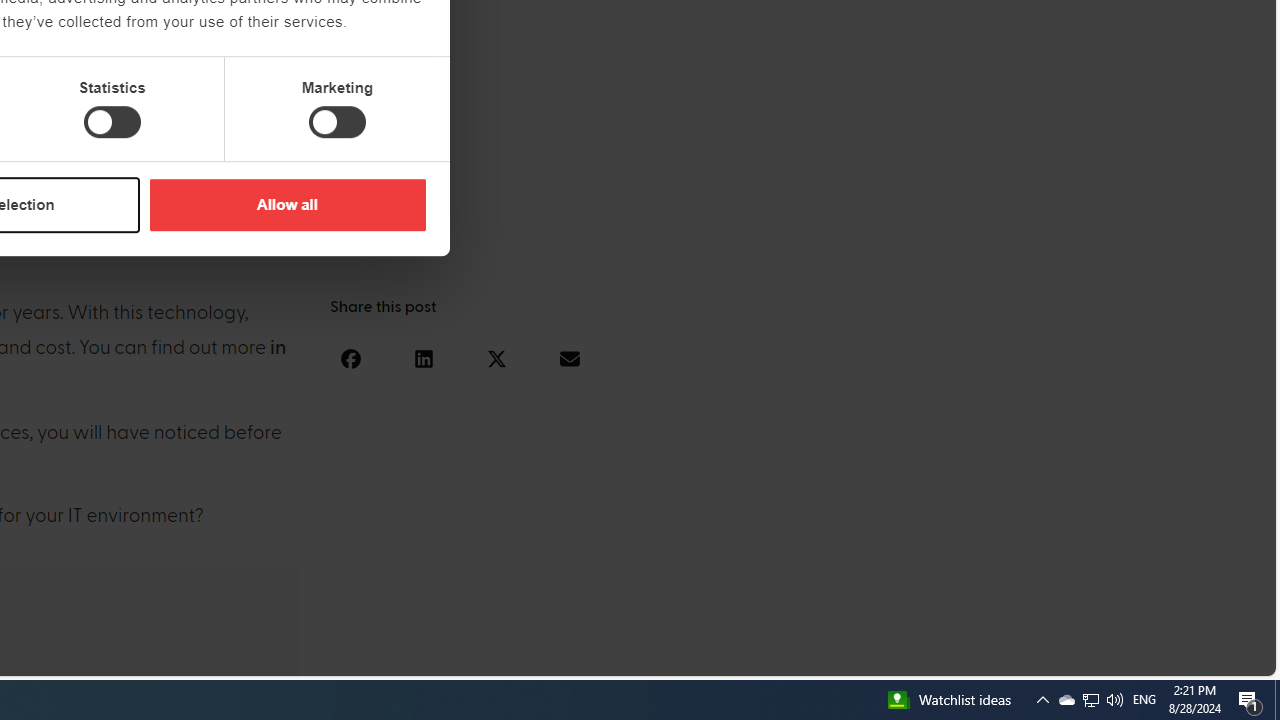 The height and width of the screenshot is (720, 1280). Describe the element at coordinates (568, 357) in the screenshot. I see `'Share on email'` at that location.